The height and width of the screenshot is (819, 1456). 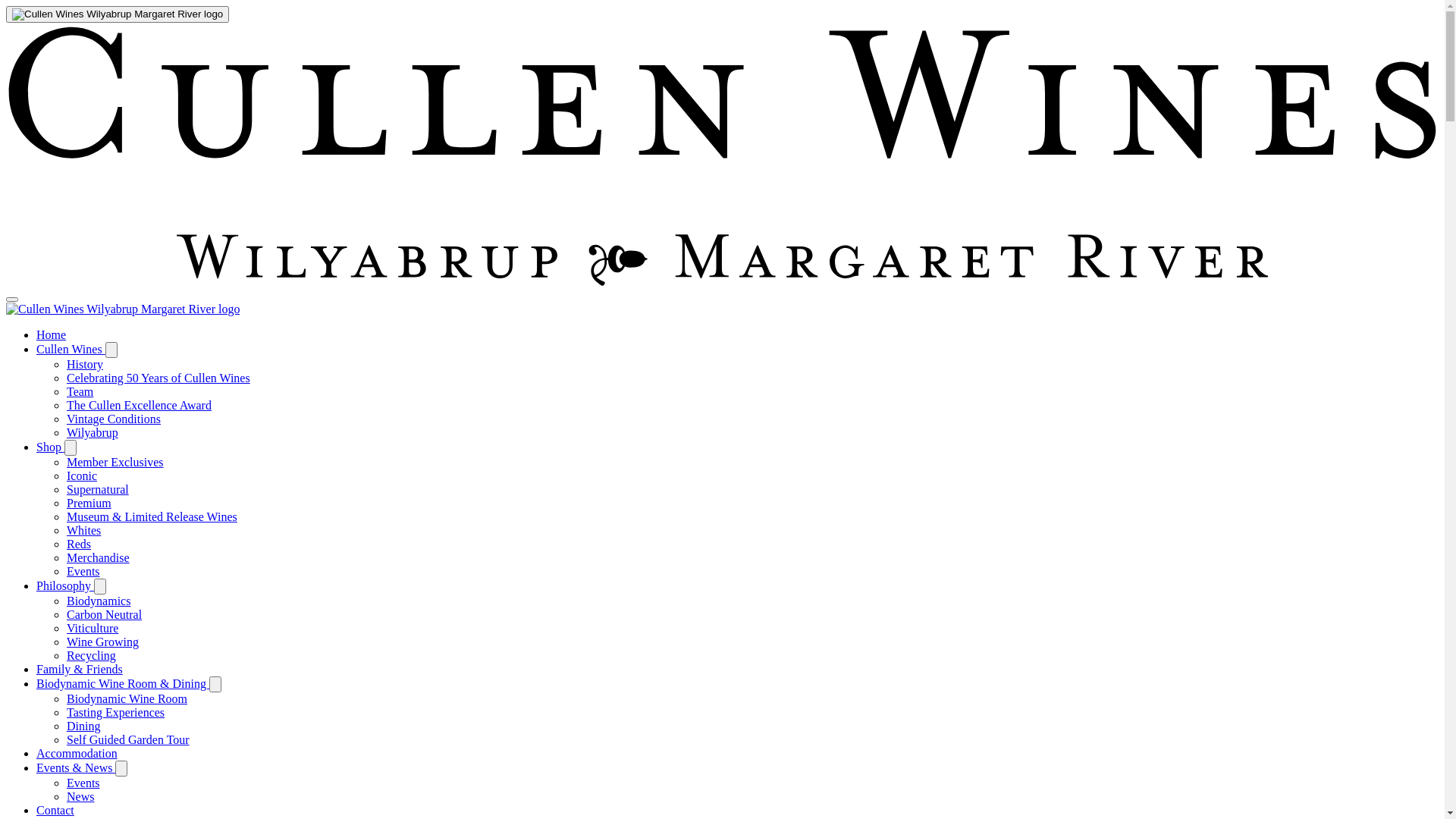 I want to click on 'Cullen Wines', so click(x=70, y=349).